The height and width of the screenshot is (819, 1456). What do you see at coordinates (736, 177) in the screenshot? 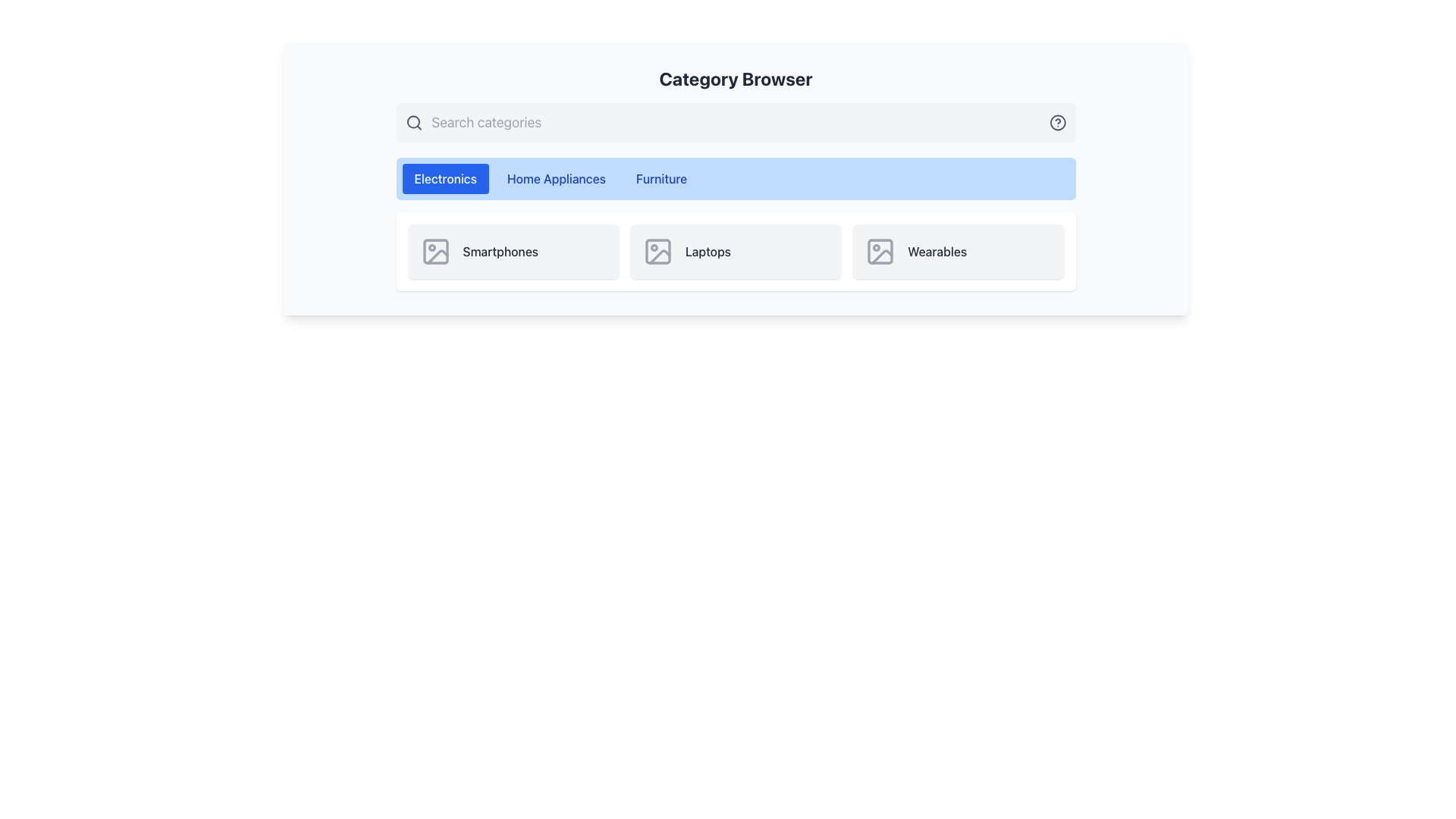
I see `the 'Home Appliances' tab in the category browser` at bounding box center [736, 177].